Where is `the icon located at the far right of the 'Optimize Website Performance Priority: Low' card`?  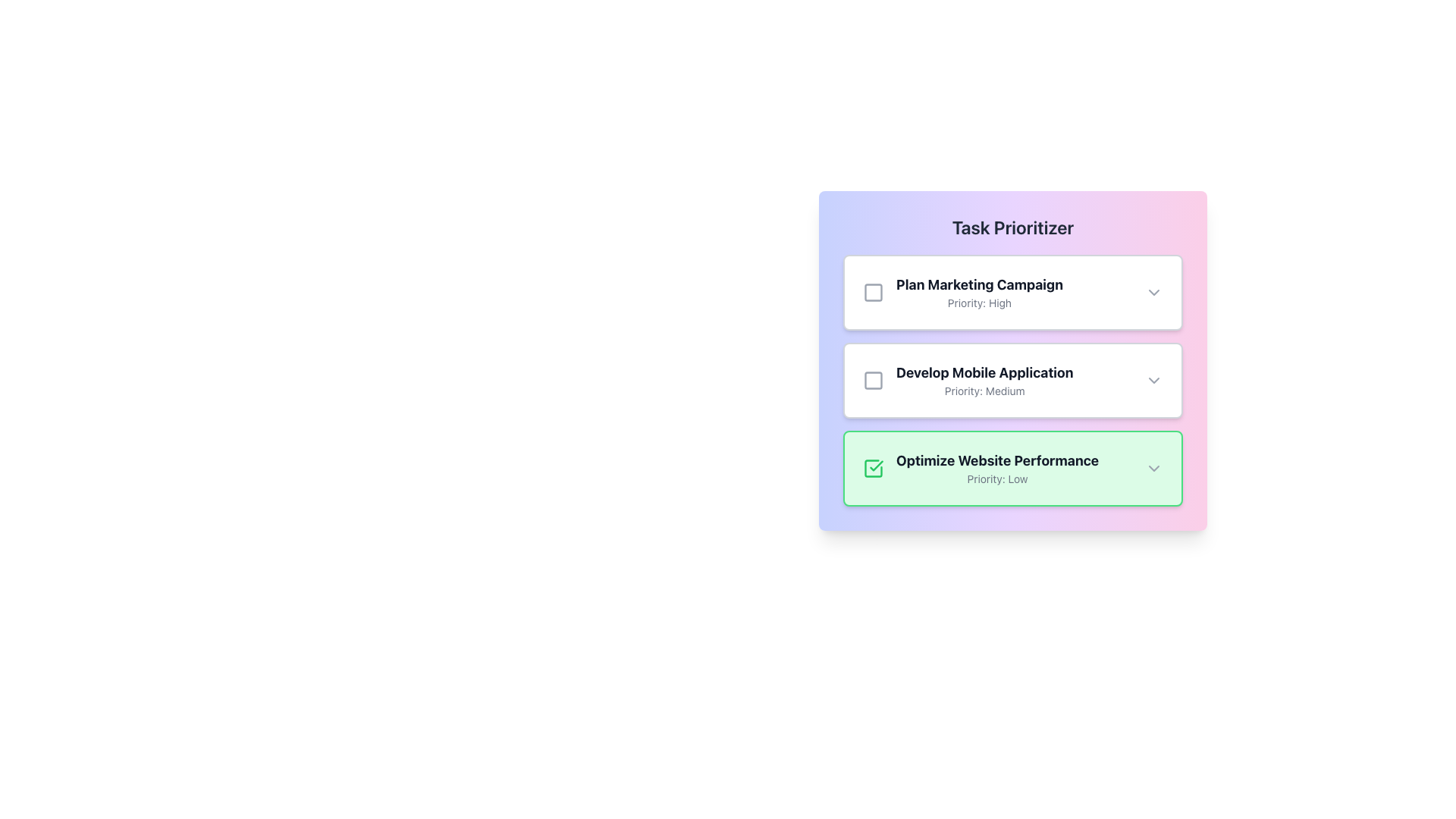
the icon located at the far right of the 'Optimize Website Performance Priority: Low' card is located at coordinates (1153, 467).